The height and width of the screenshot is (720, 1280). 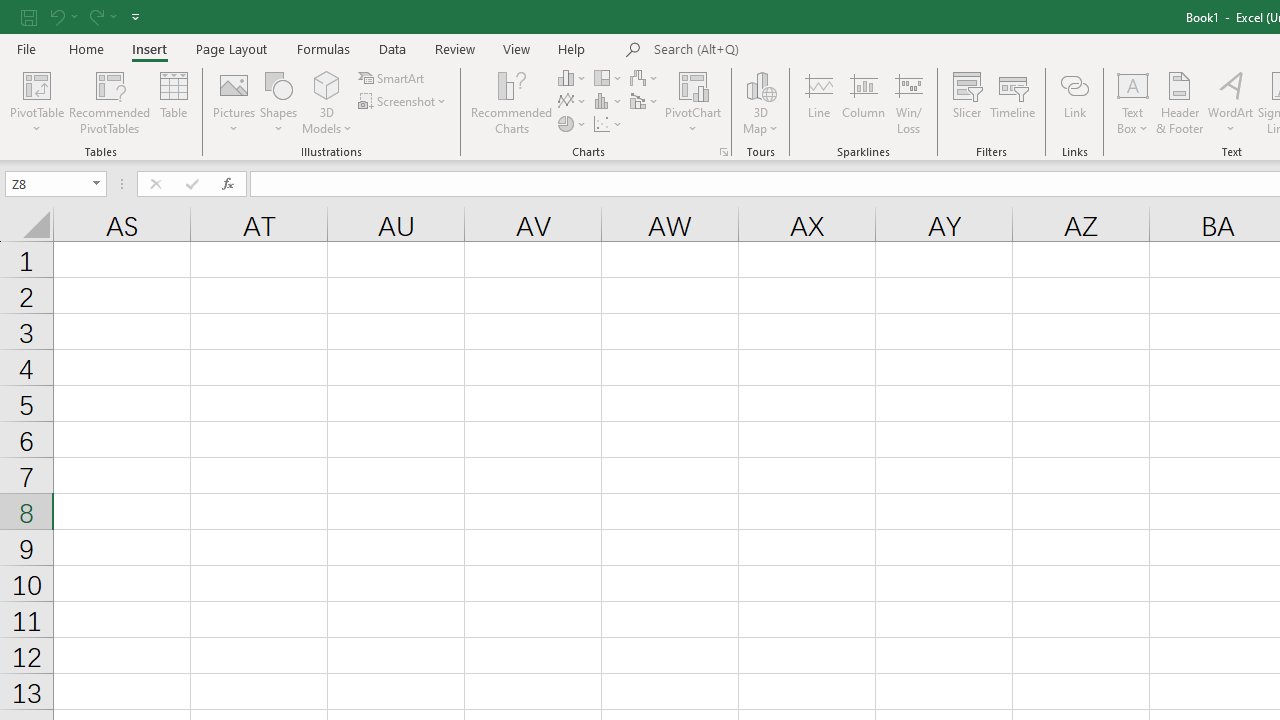 What do you see at coordinates (278, 103) in the screenshot?
I see `'Shapes'` at bounding box center [278, 103].